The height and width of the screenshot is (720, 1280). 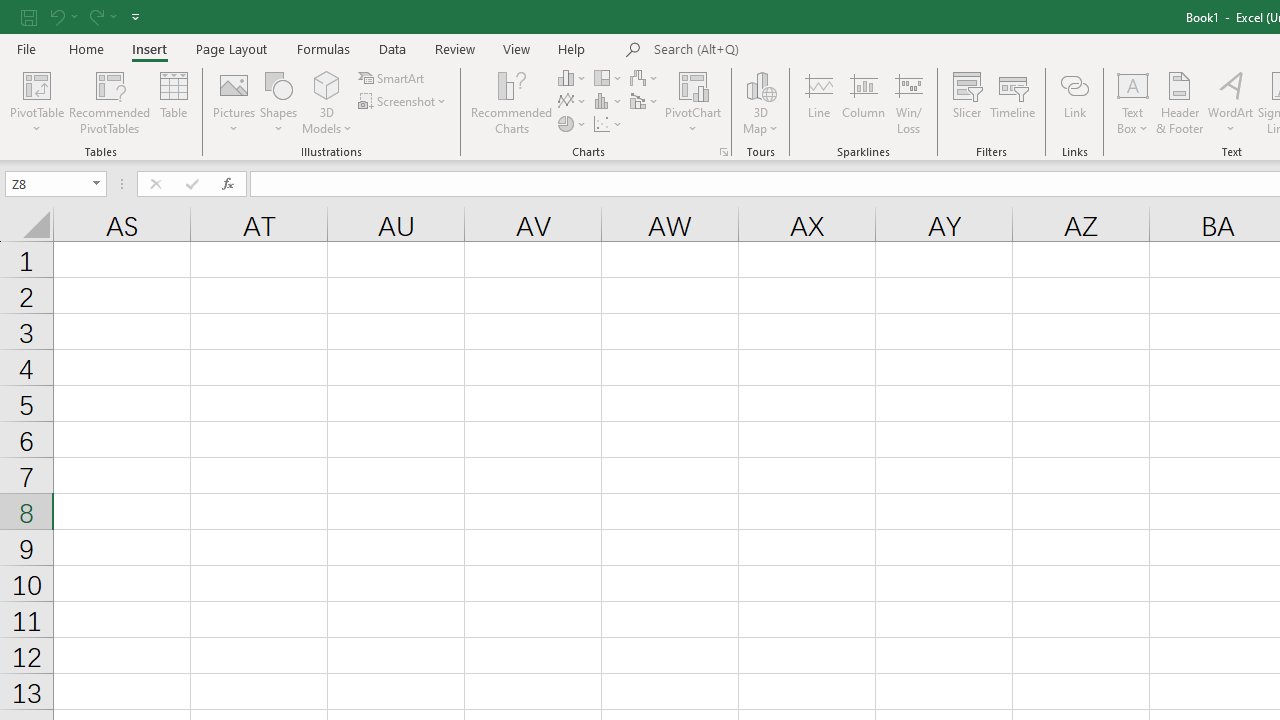 What do you see at coordinates (278, 103) in the screenshot?
I see `'Shapes'` at bounding box center [278, 103].